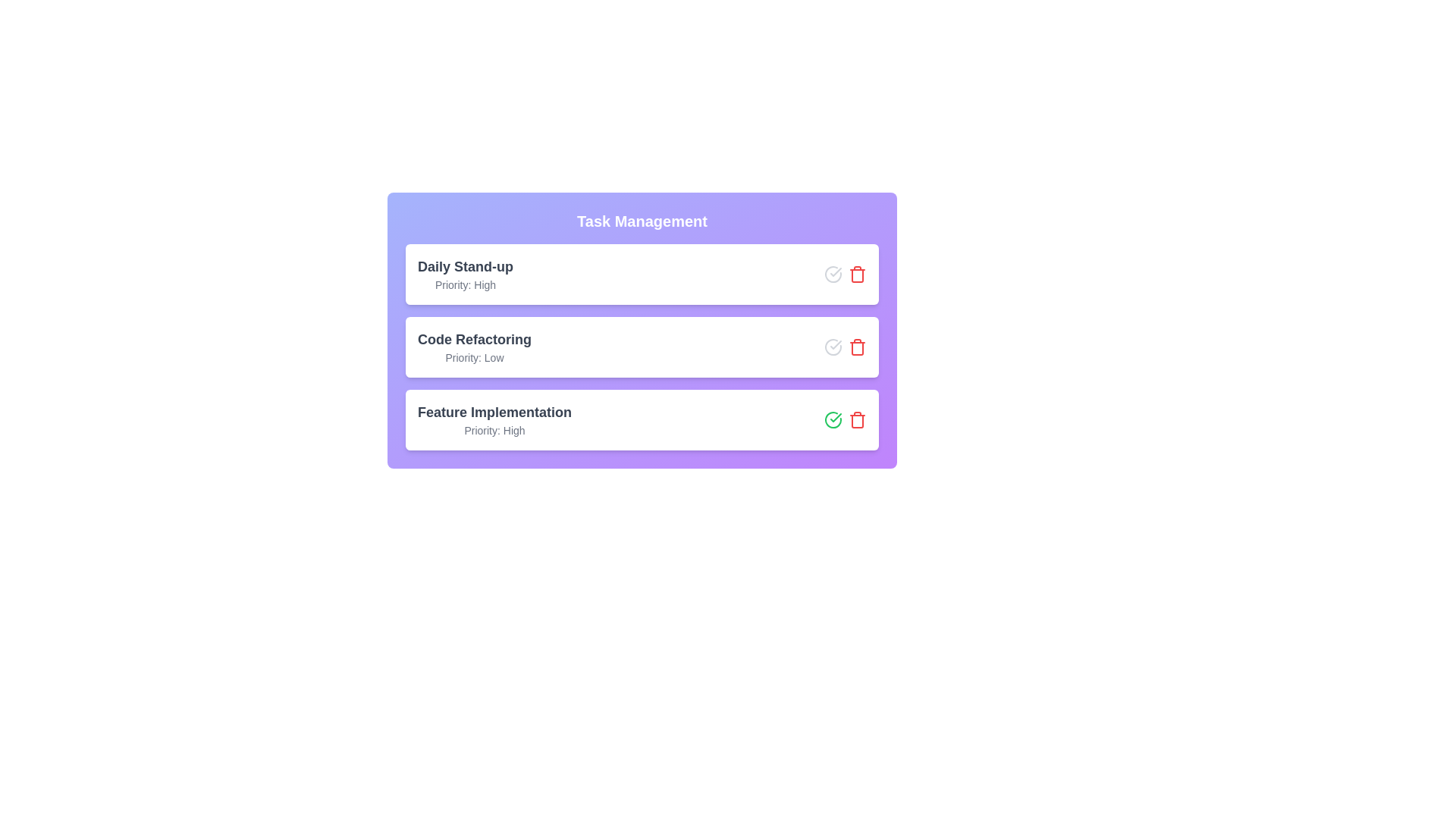 The image size is (1456, 819). What do you see at coordinates (494, 412) in the screenshot?
I see `the task title Feature Implementation by clicking on it` at bounding box center [494, 412].